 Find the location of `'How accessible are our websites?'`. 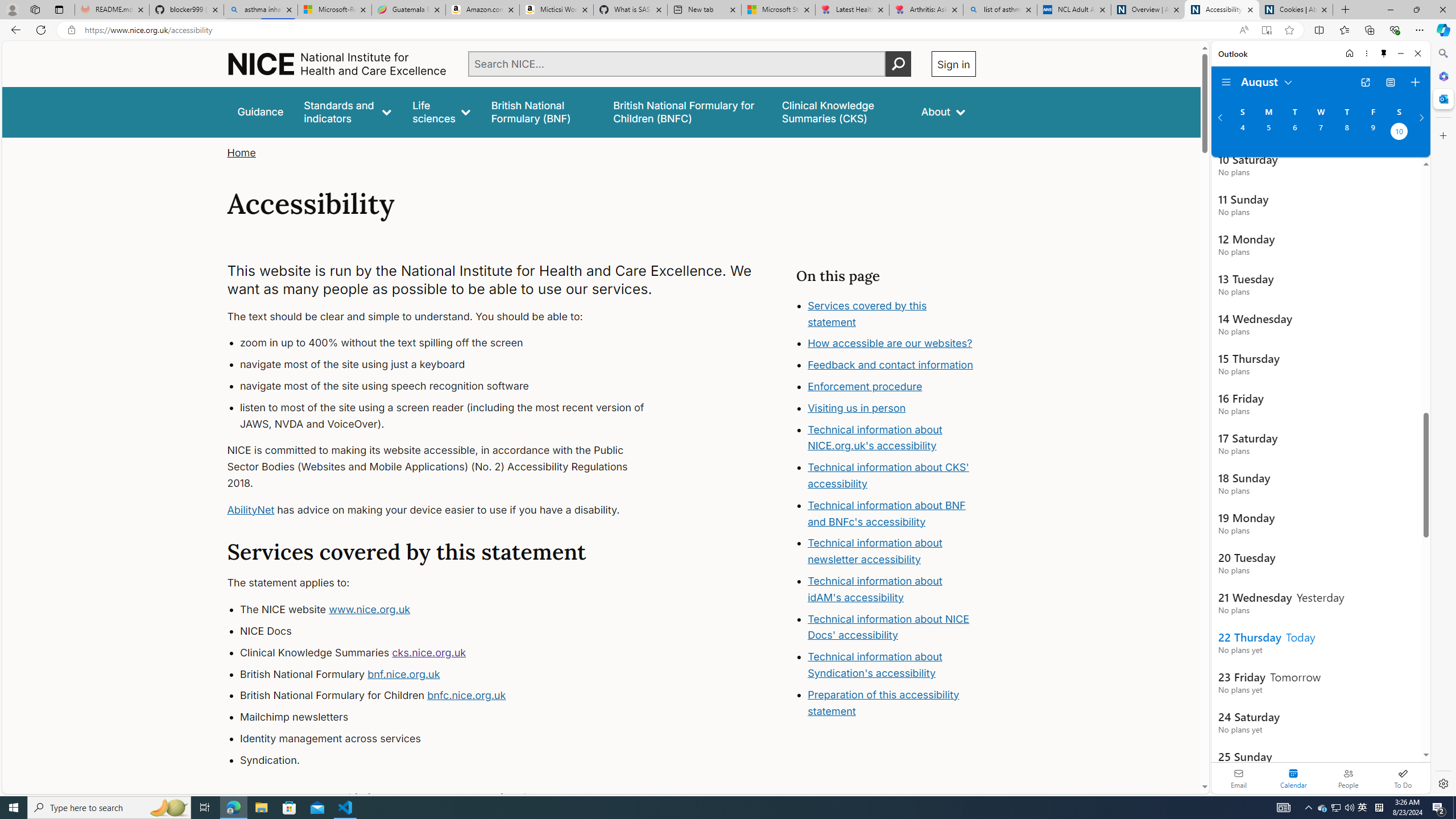

'How accessible are our websites?' is located at coordinates (890, 344).